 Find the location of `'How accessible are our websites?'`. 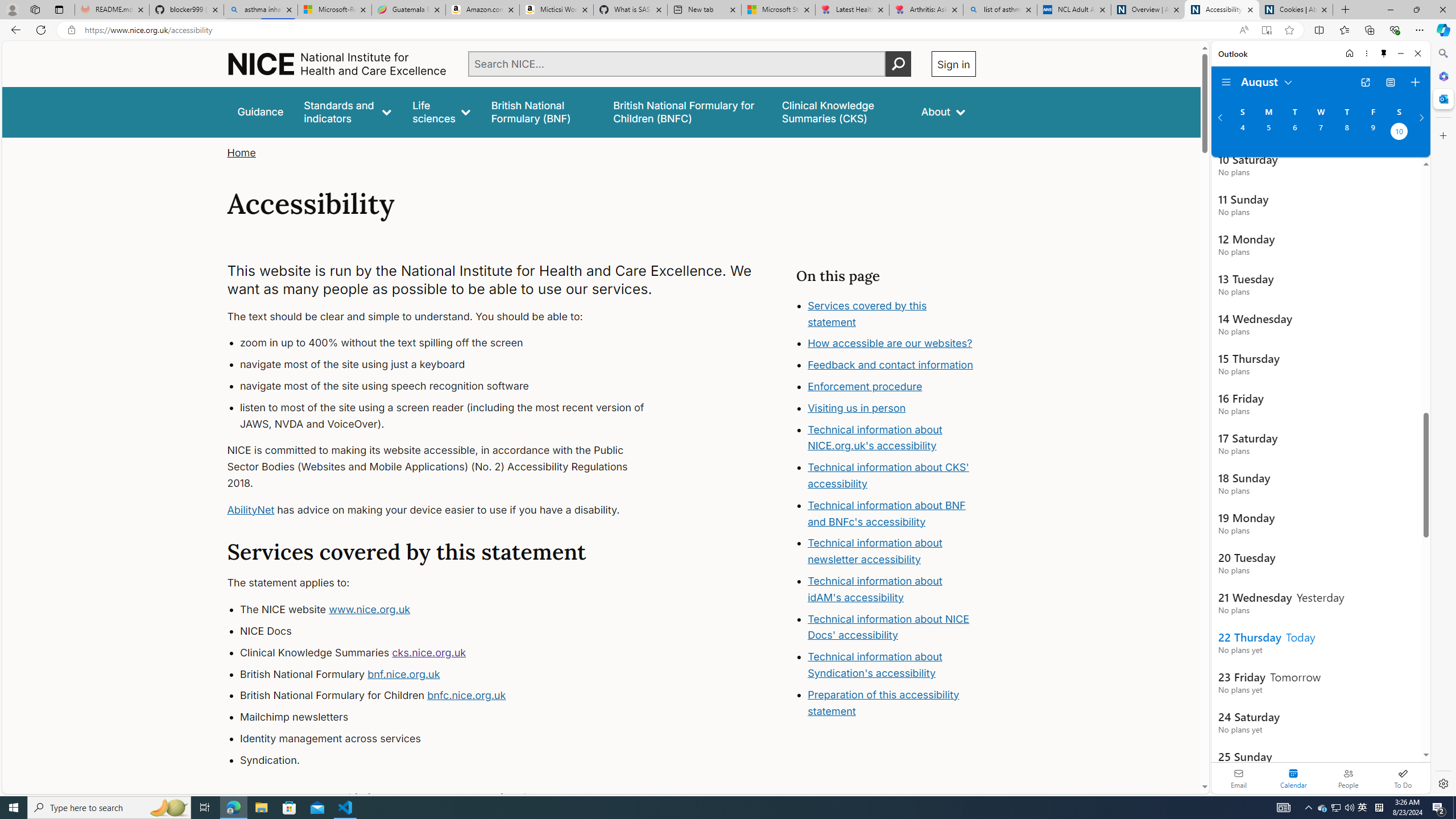

'How accessible are our websites?' is located at coordinates (890, 344).